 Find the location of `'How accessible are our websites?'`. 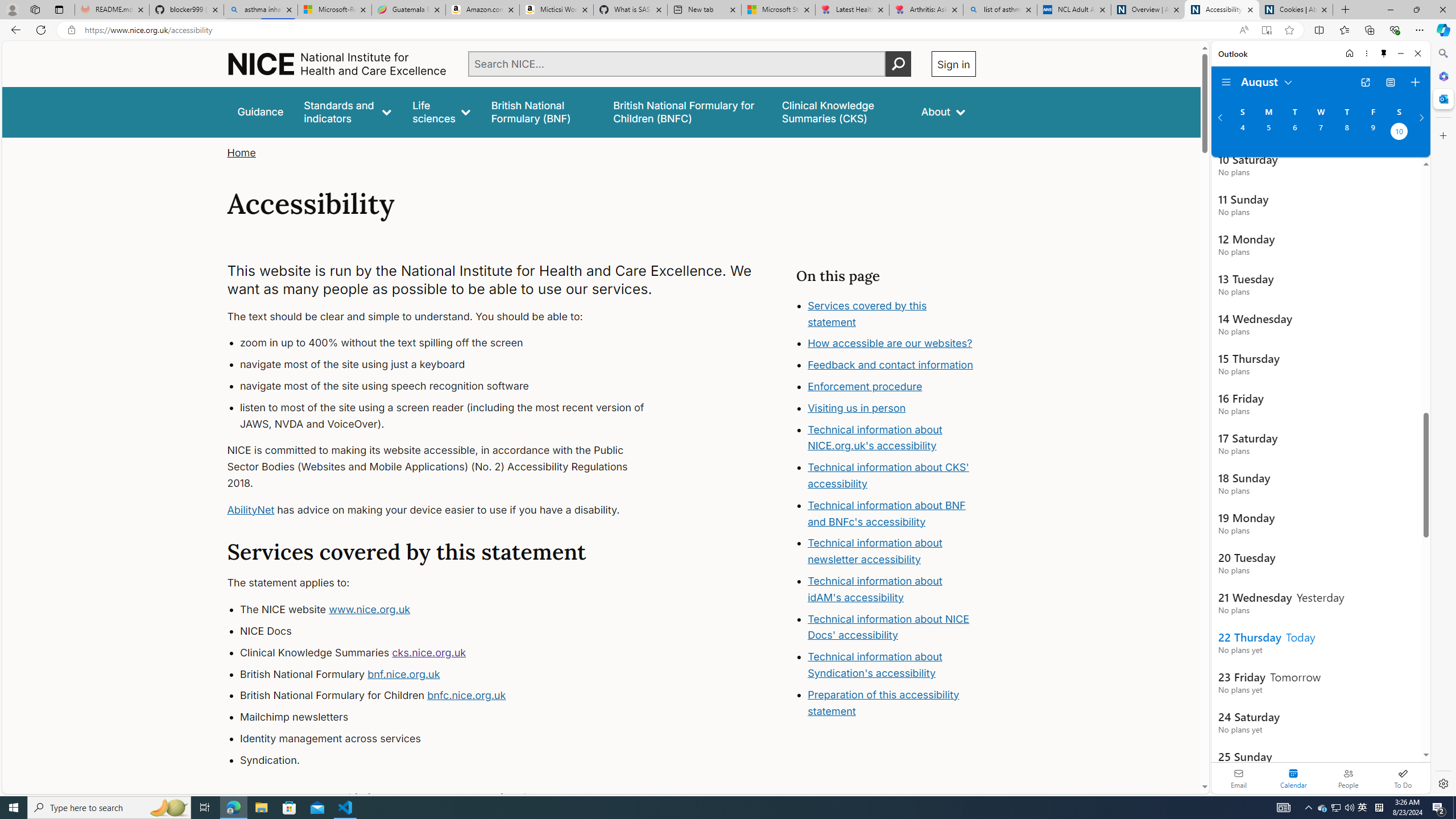

'How accessible are our websites?' is located at coordinates (890, 344).